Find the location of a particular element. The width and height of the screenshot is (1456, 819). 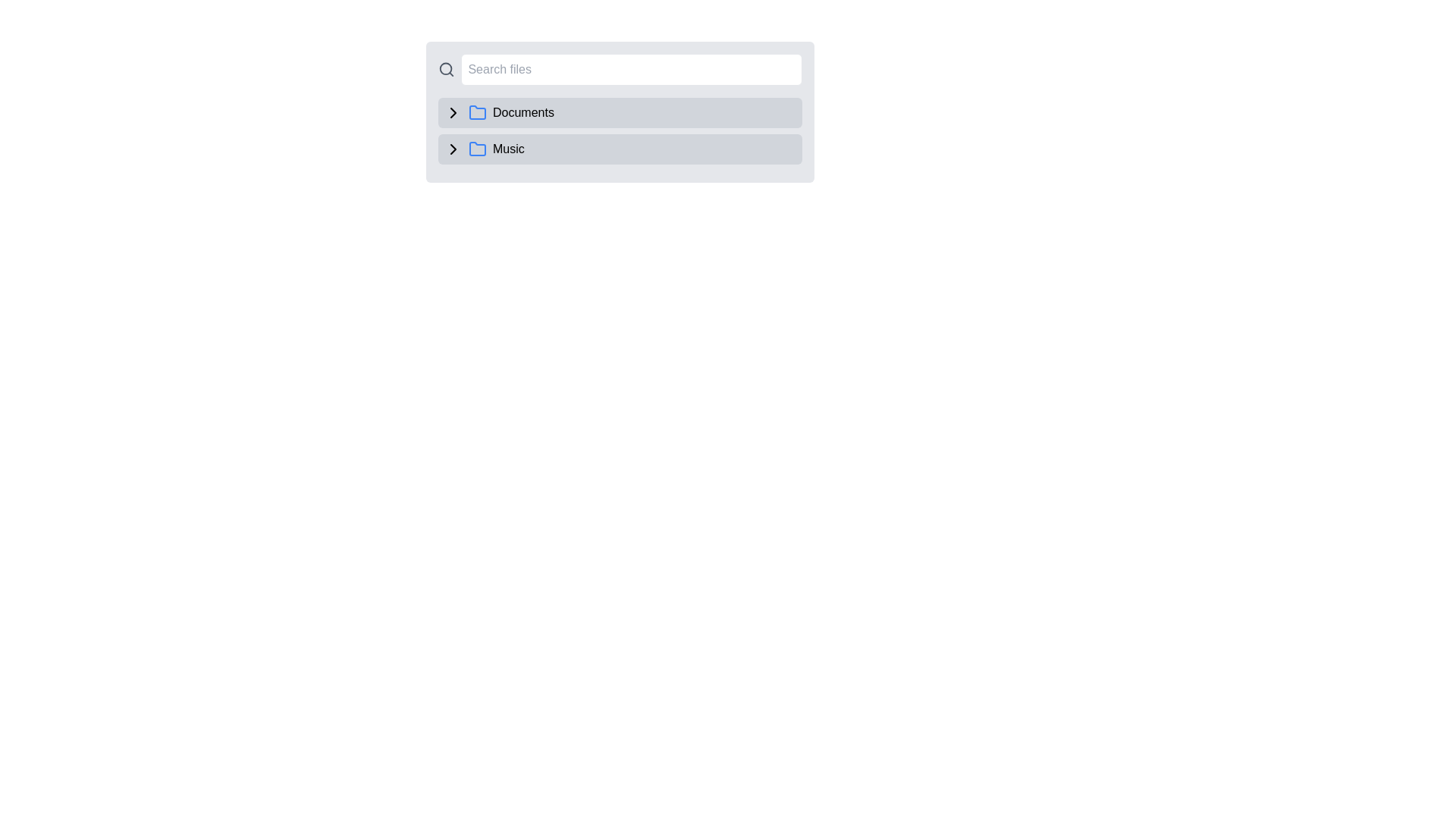

the search icon located at the top of the file browser panel, positioned to the left of the search input field is located at coordinates (446, 70).